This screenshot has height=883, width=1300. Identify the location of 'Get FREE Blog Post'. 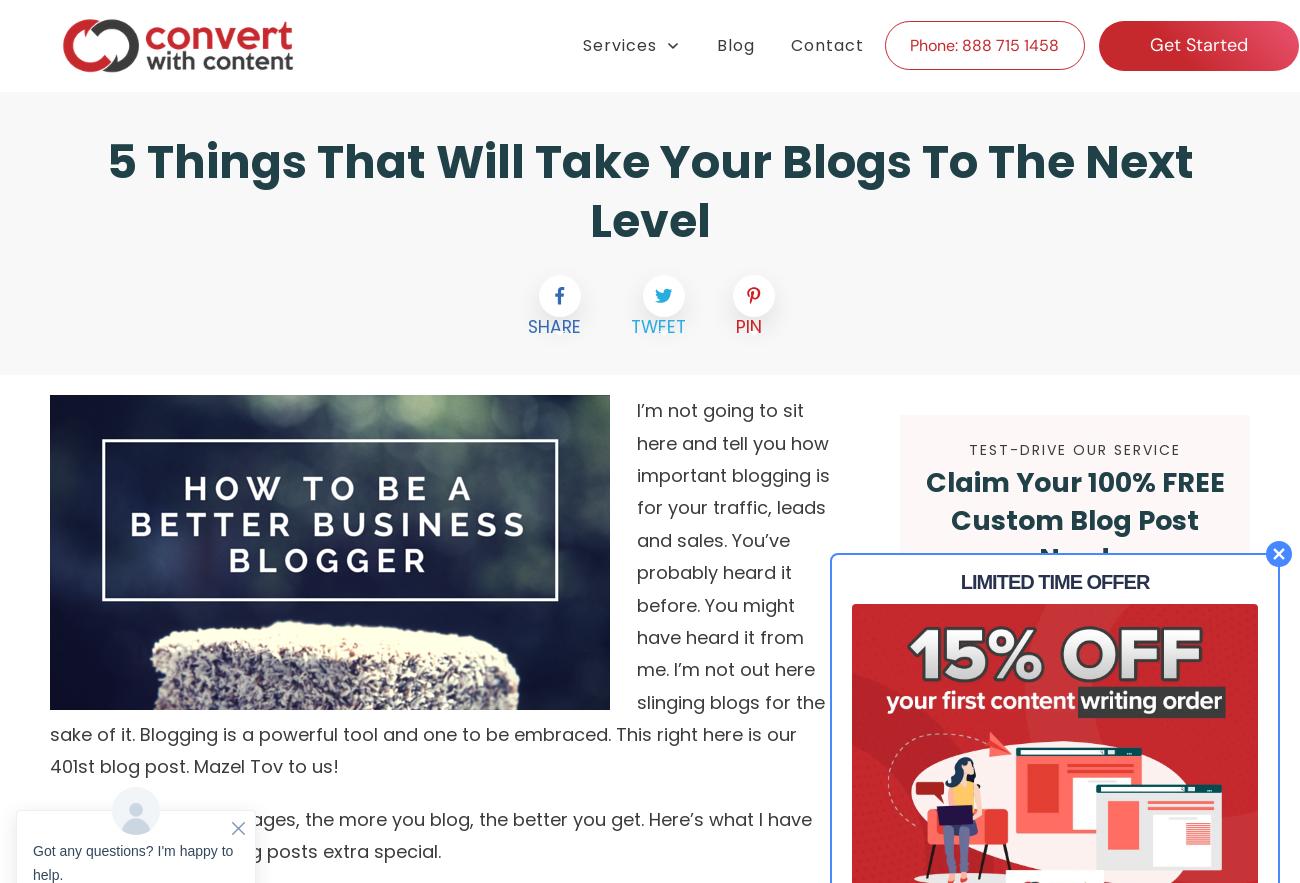
(1074, 624).